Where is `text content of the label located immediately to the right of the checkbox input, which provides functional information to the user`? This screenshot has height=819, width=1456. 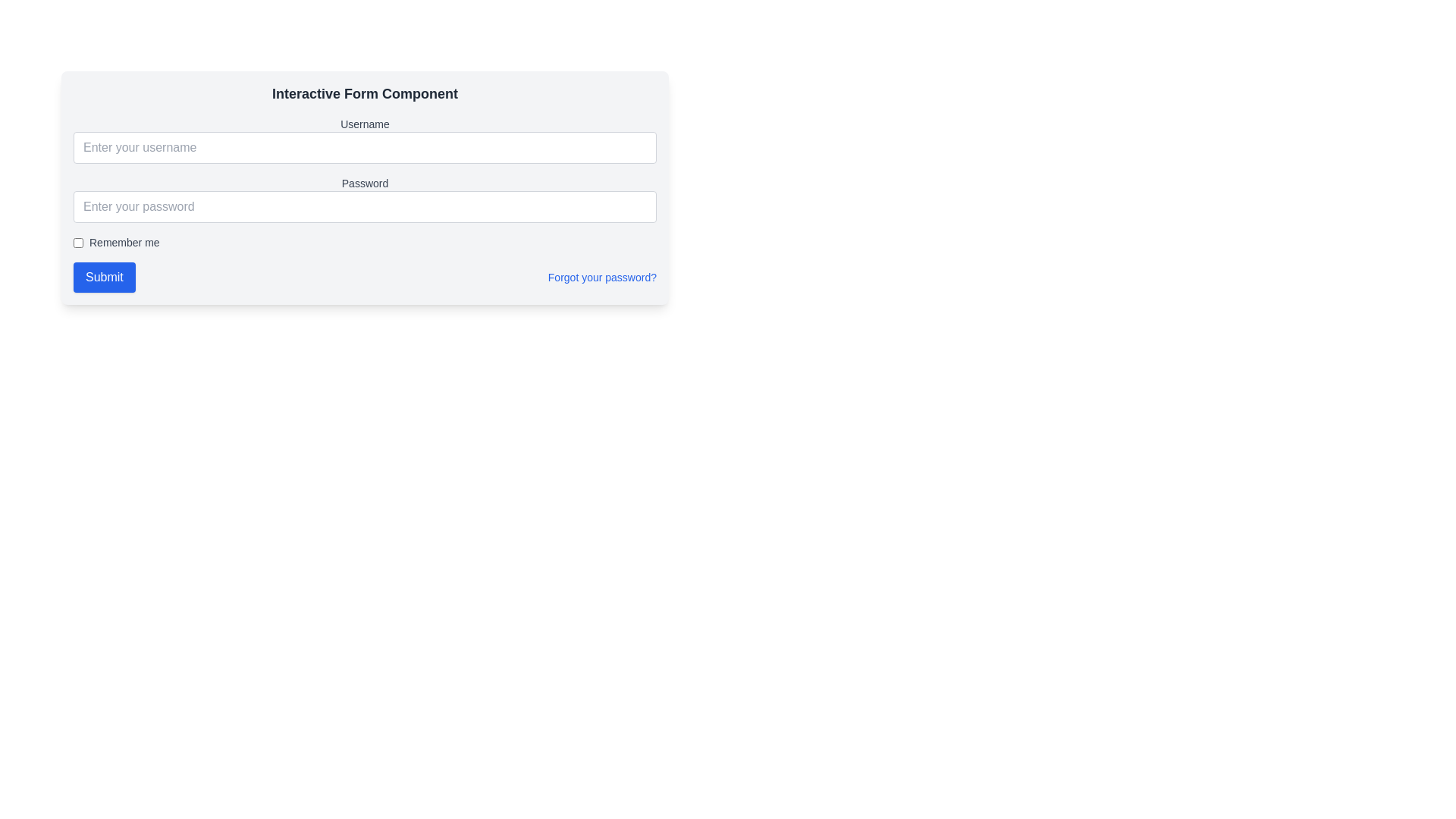 text content of the label located immediately to the right of the checkbox input, which provides functional information to the user is located at coordinates (124, 242).